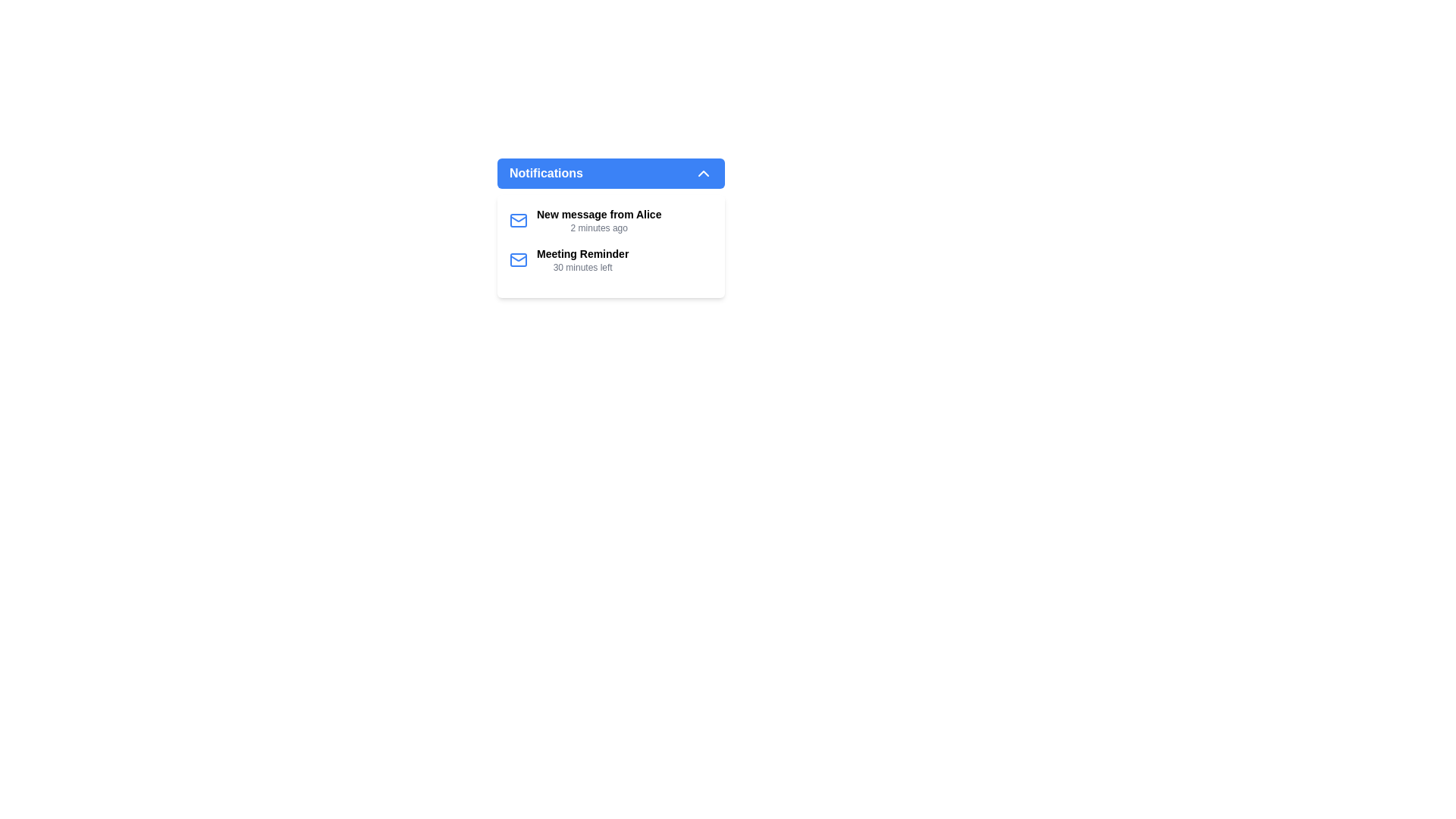  I want to click on the blue rectangular 'Notifications' dropdown toggle button with rounded corners, so click(611, 172).